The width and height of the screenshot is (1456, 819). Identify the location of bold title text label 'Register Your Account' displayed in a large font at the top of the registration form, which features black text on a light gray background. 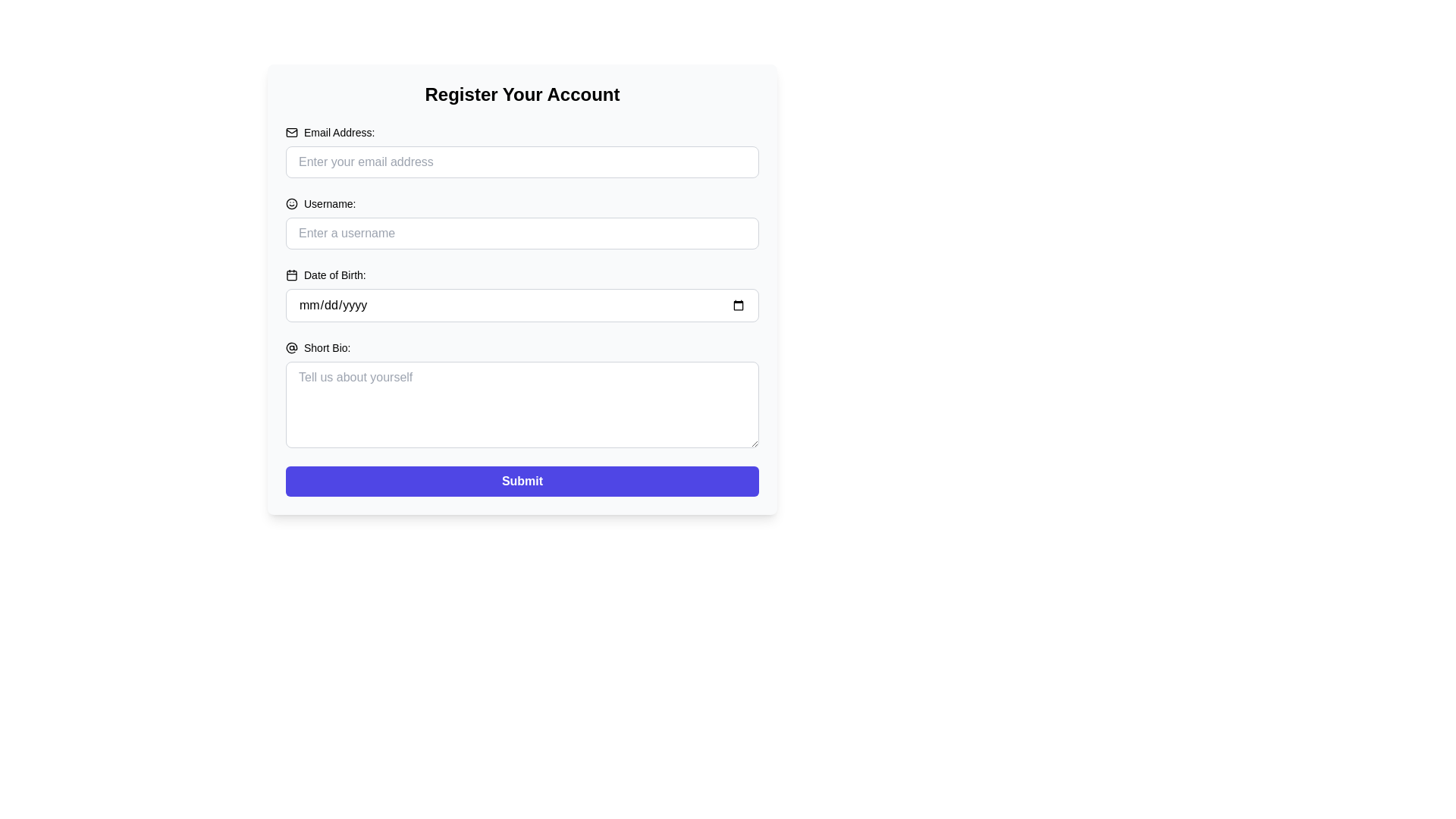
(522, 94).